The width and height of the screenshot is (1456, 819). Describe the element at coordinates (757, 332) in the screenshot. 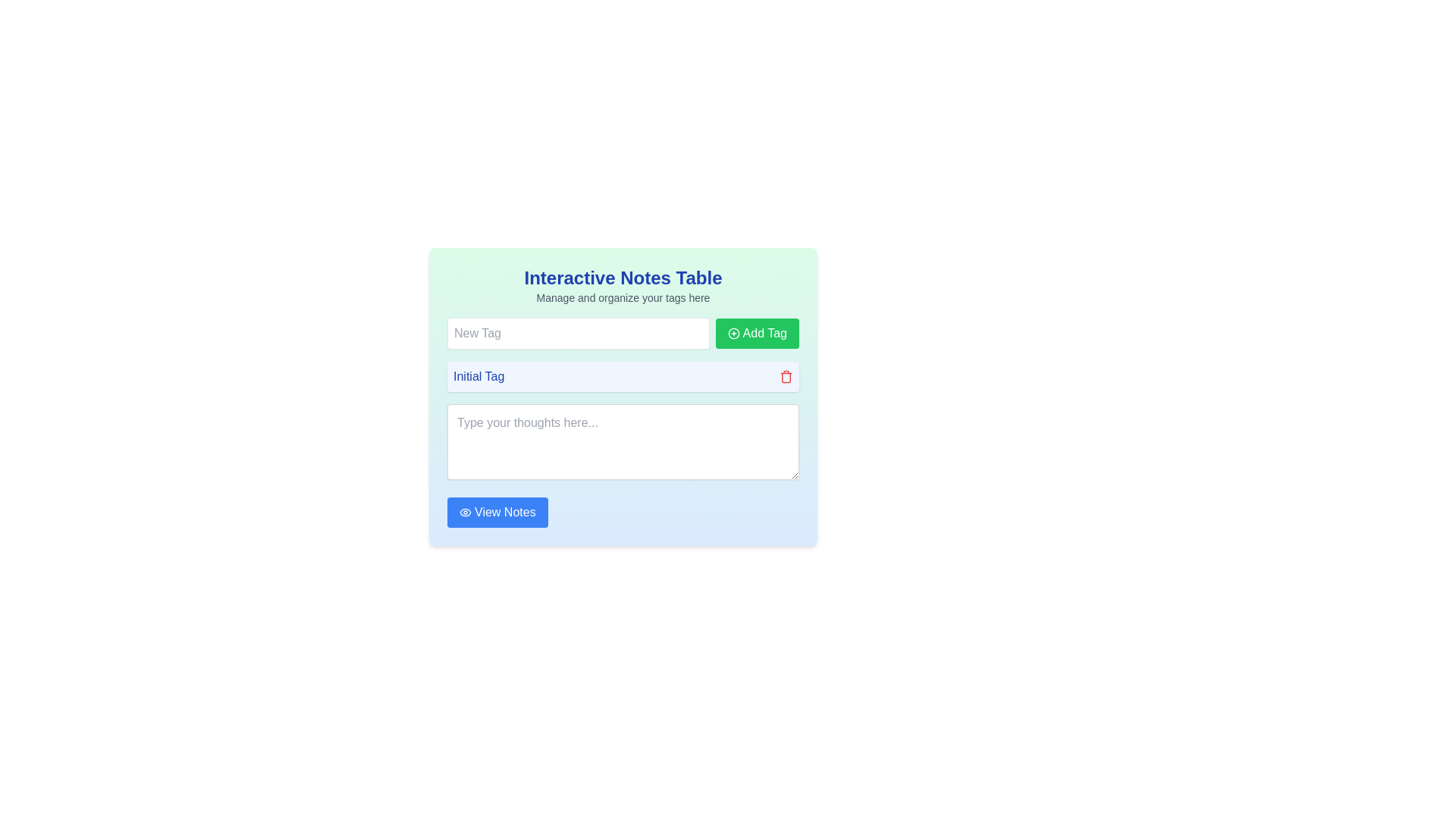

I see `the green 'Add Tag' button with rounded edges located to the right of the 'New Tag' input field` at that location.